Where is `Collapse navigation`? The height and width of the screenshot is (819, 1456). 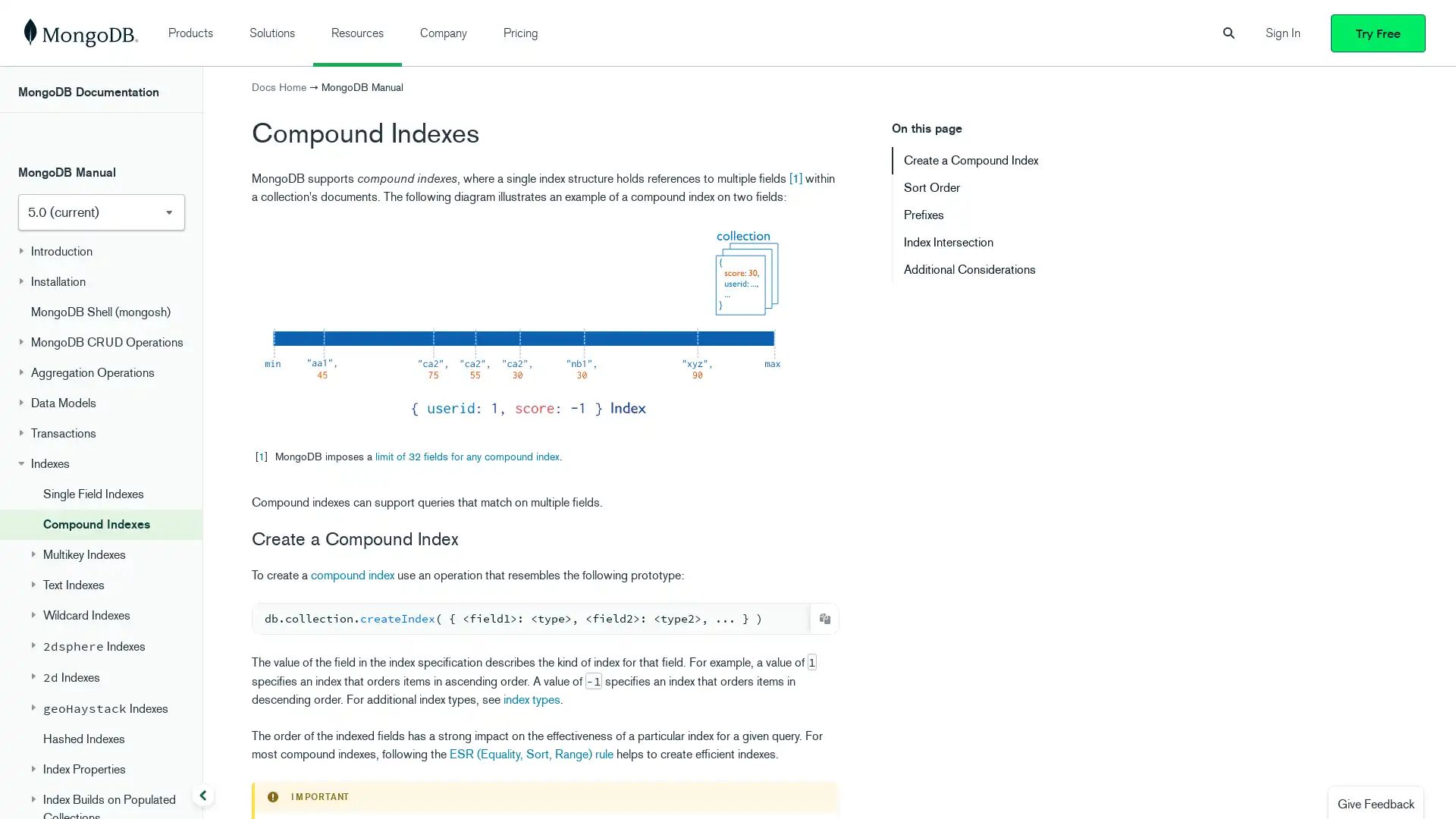 Collapse navigation is located at coordinates (202, 794).